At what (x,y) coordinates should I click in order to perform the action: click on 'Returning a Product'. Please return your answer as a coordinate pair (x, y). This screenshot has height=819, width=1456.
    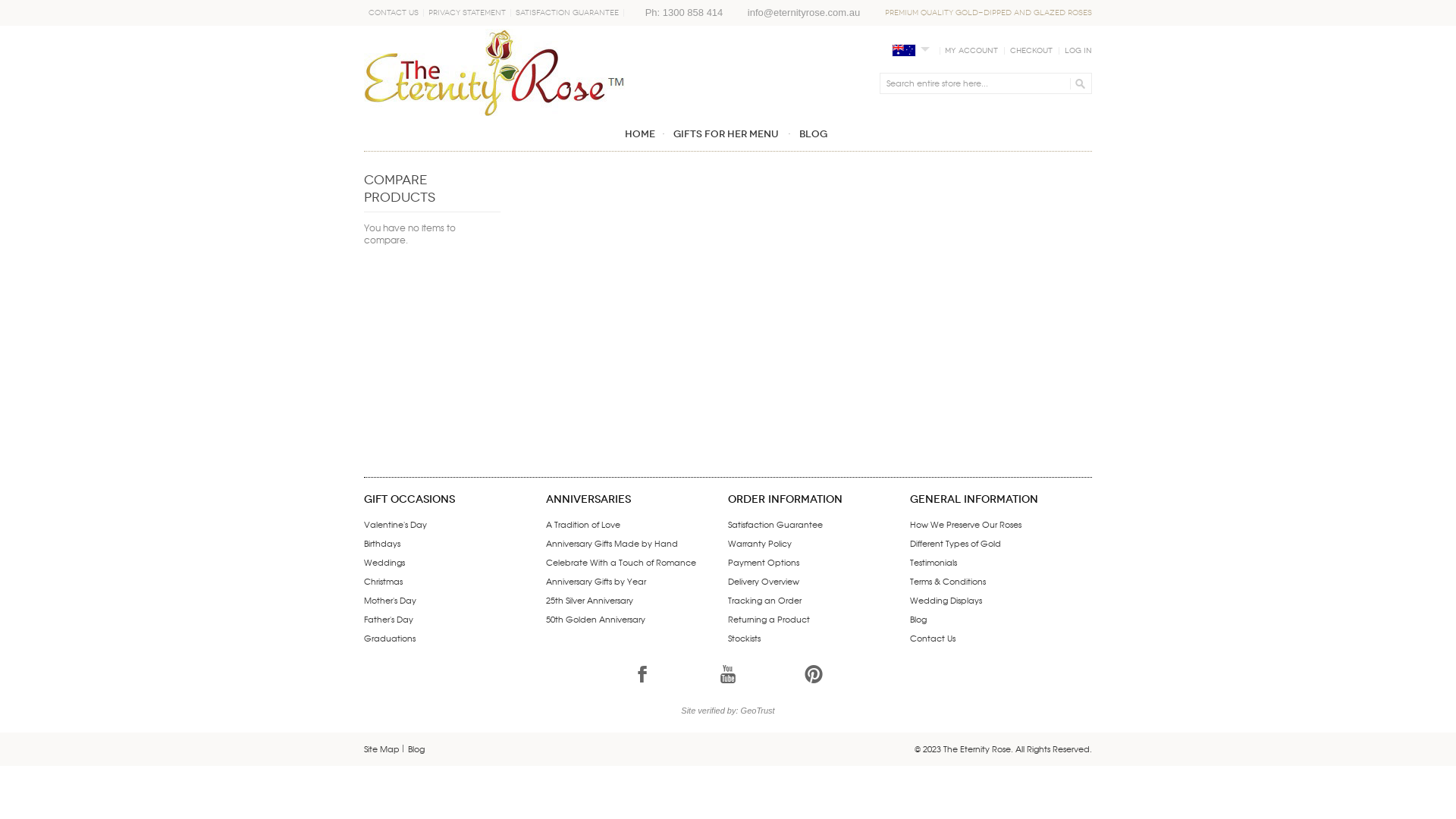
    Looking at the image, I should click on (768, 619).